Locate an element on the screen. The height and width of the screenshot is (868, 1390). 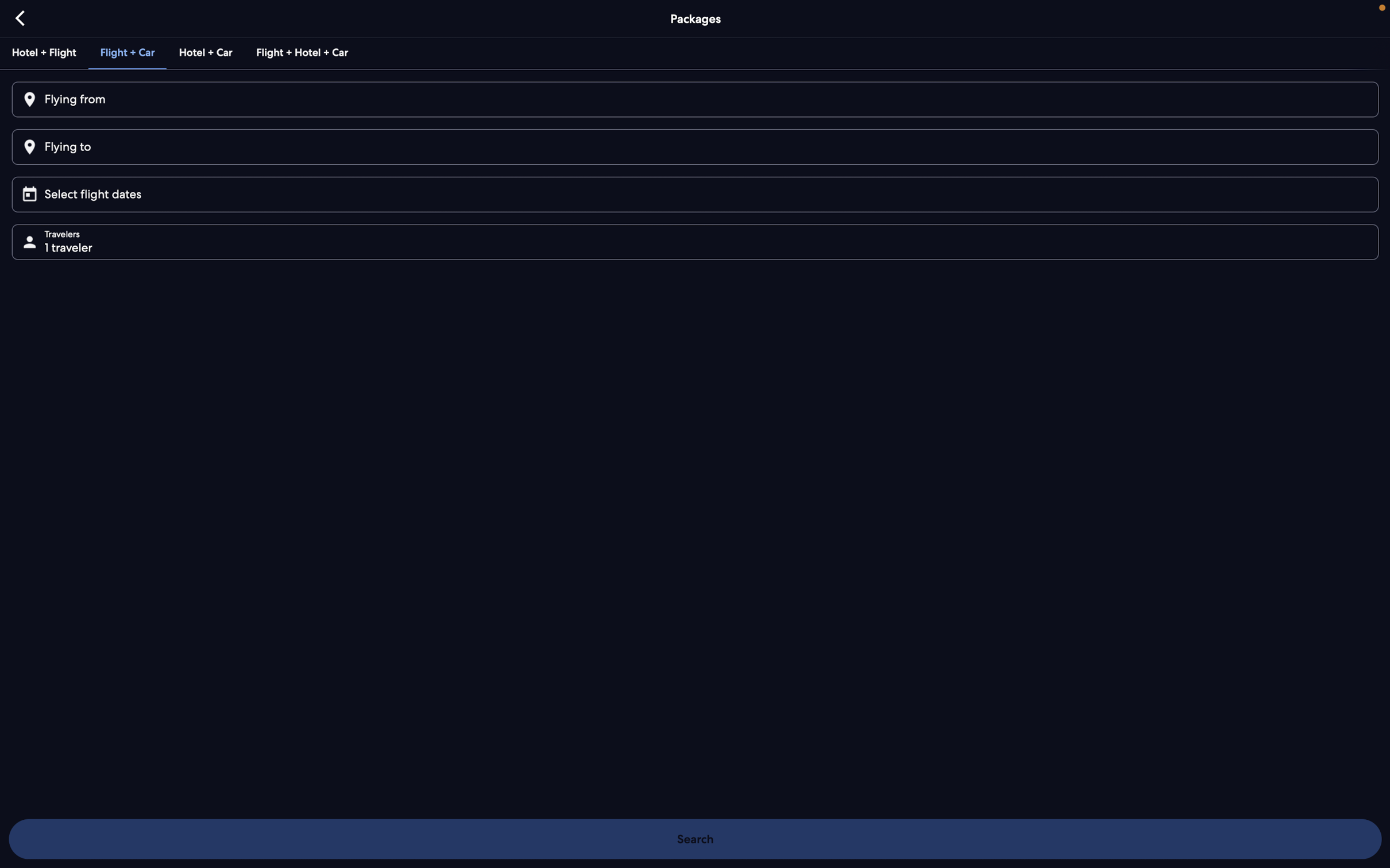
Write "Paris" in the "to" textbox and submit by pressing enter is located at coordinates (693, 146).